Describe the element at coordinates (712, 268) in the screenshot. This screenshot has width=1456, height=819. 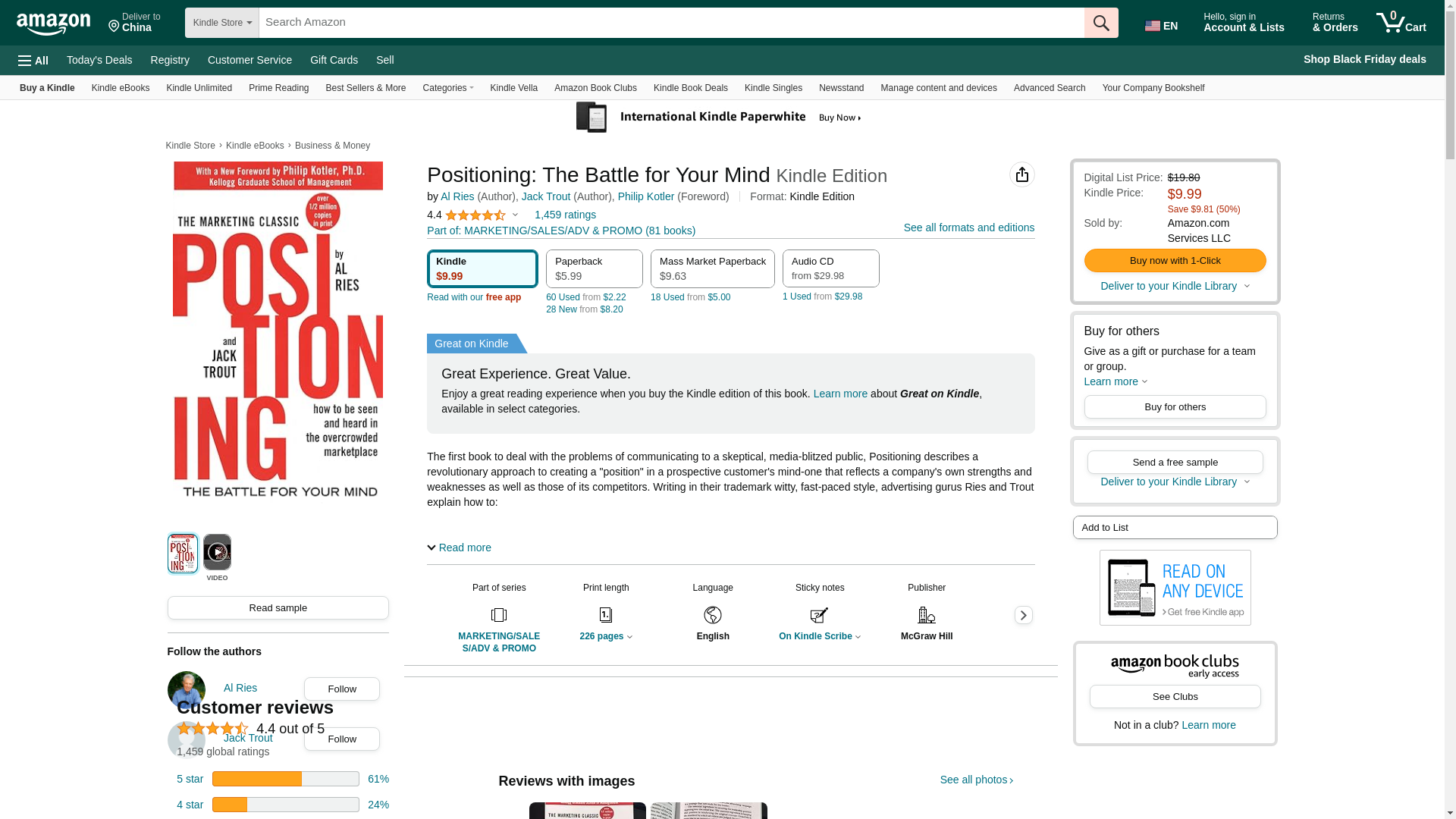
I see `'Mass Market Paperback` at that location.